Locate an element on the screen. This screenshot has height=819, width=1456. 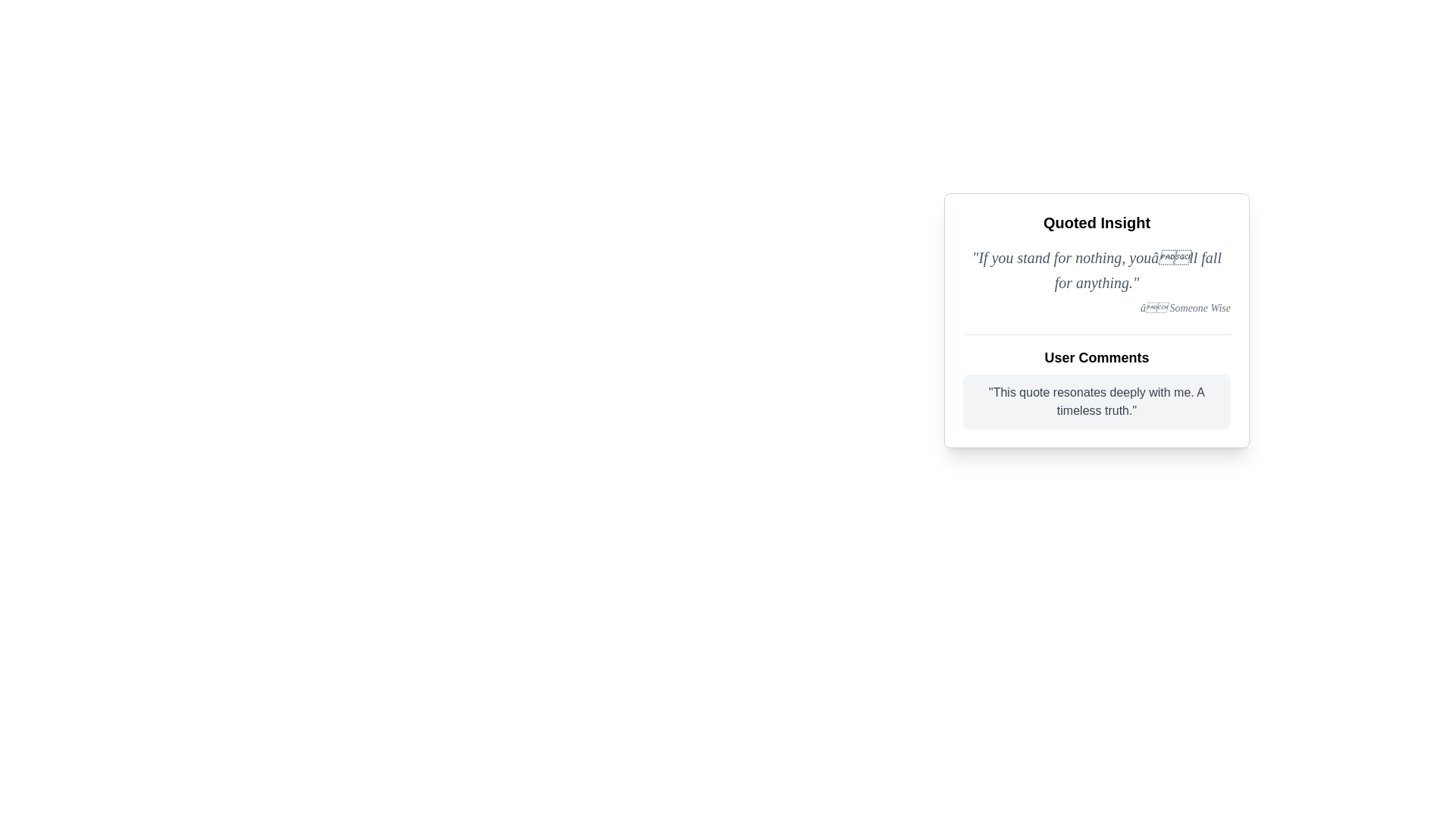
comment displayed in the 'User Comments' section, which is styled with bold text and a light gray background, positioned beneath the 'Quoted Insight' content is located at coordinates (1097, 381).